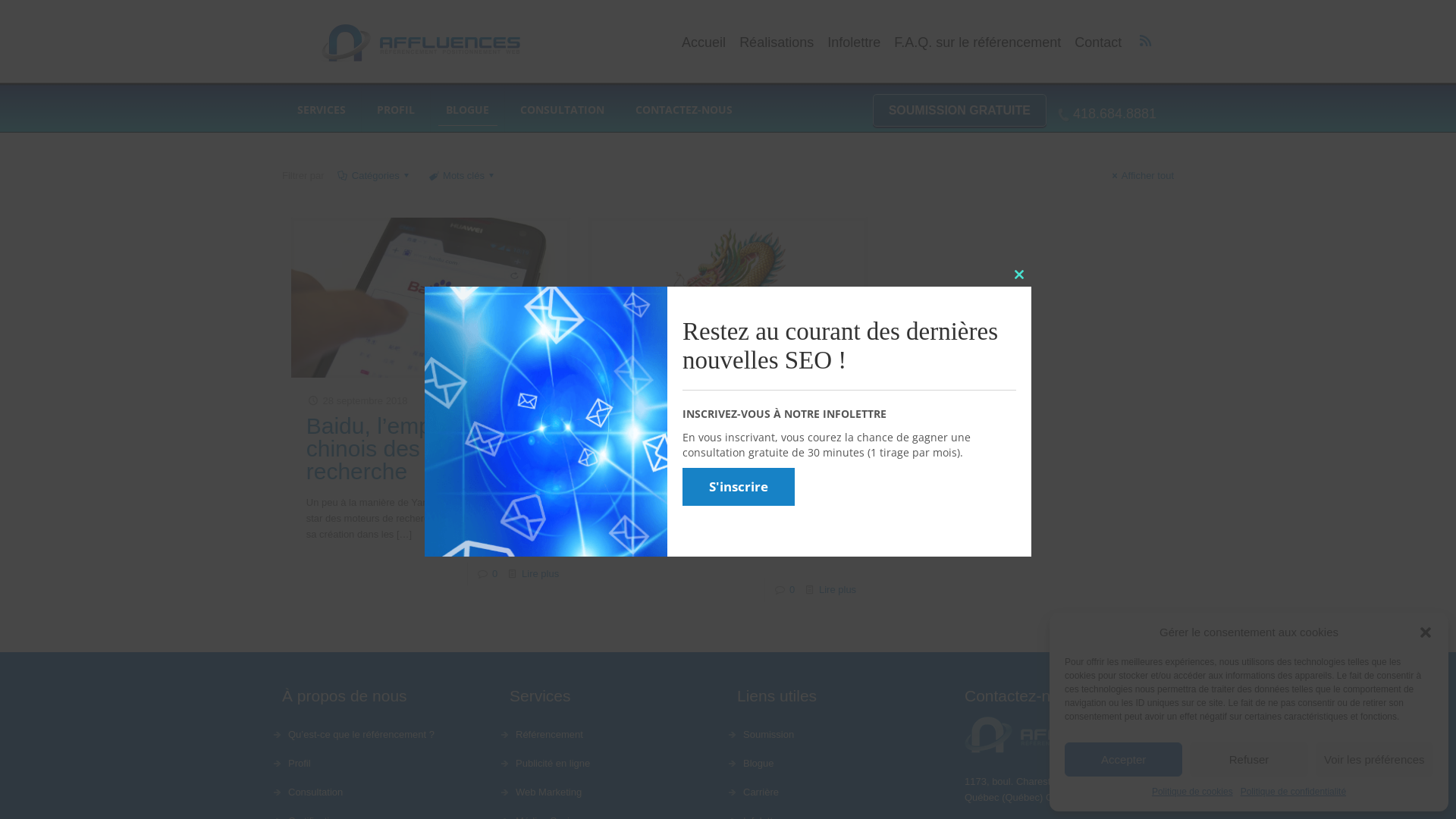 Image resolution: width=1456 pixels, height=819 pixels. I want to click on 'SOUMISSION GRATUITE', so click(959, 109).